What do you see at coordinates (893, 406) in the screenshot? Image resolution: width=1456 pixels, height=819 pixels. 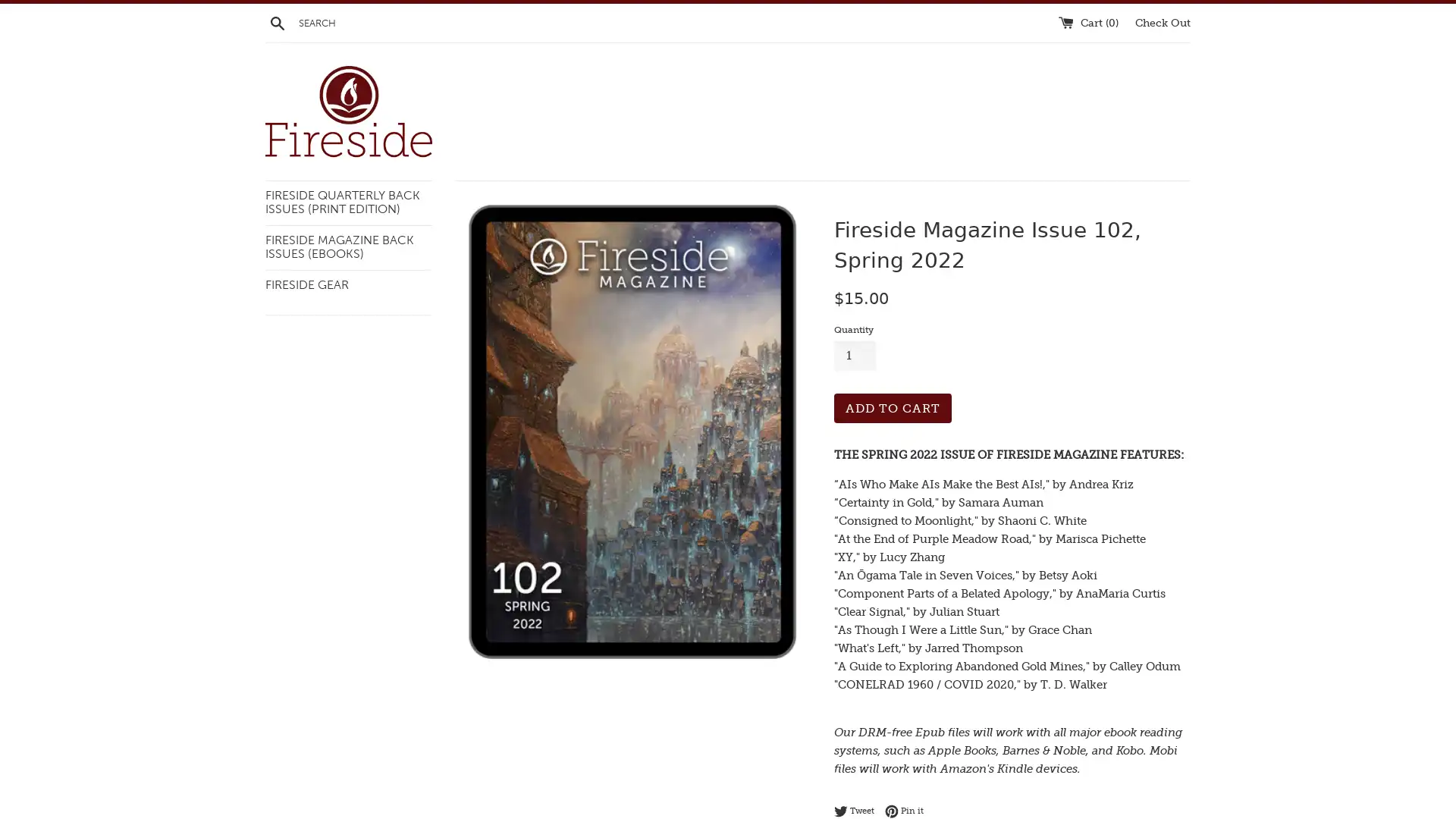 I see `ADD TO CART` at bounding box center [893, 406].